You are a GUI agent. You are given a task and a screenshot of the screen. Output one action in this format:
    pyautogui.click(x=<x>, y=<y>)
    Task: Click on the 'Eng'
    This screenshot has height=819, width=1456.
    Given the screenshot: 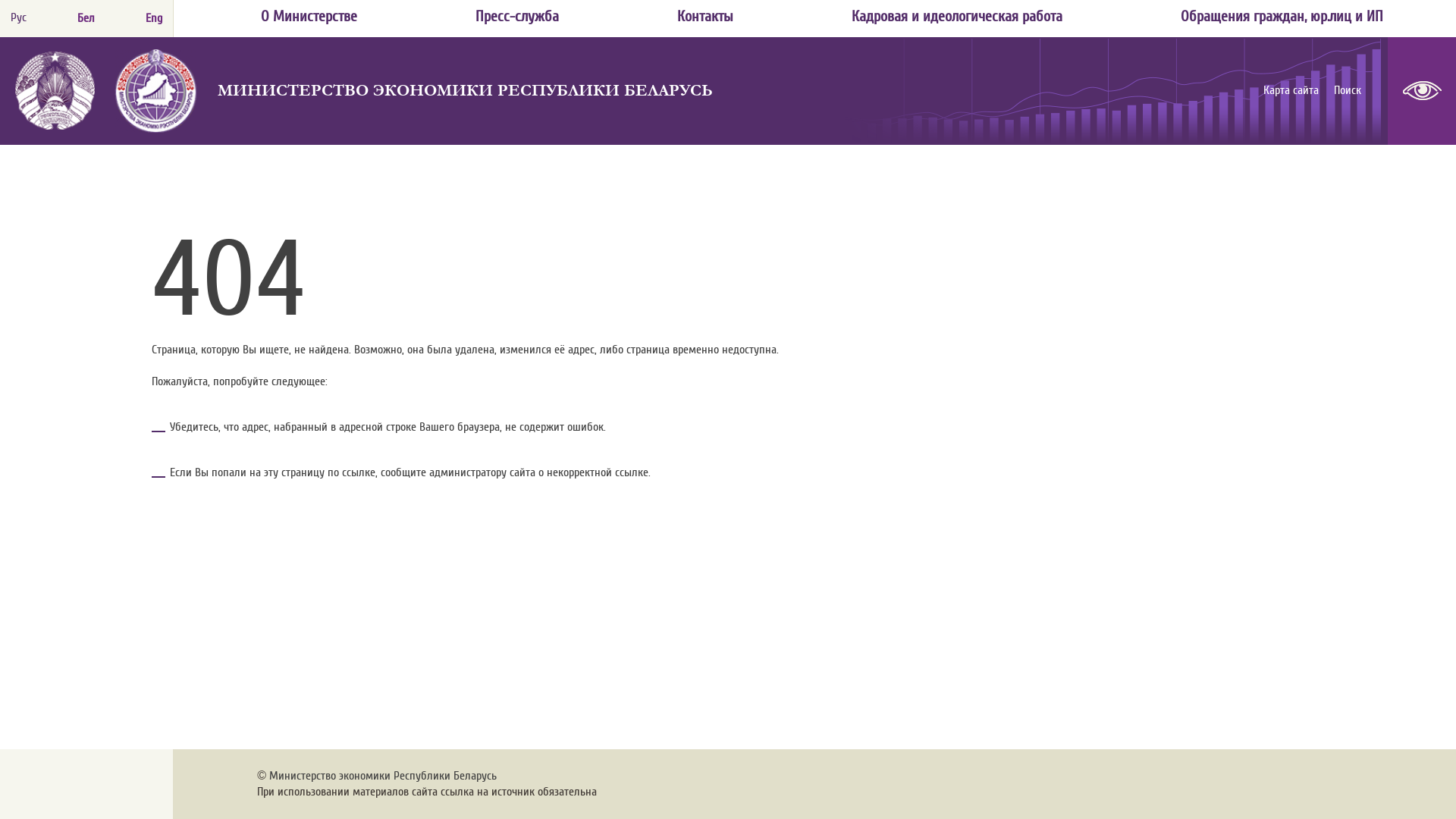 What is the action you would take?
    pyautogui.click(x=153, y=18)
    